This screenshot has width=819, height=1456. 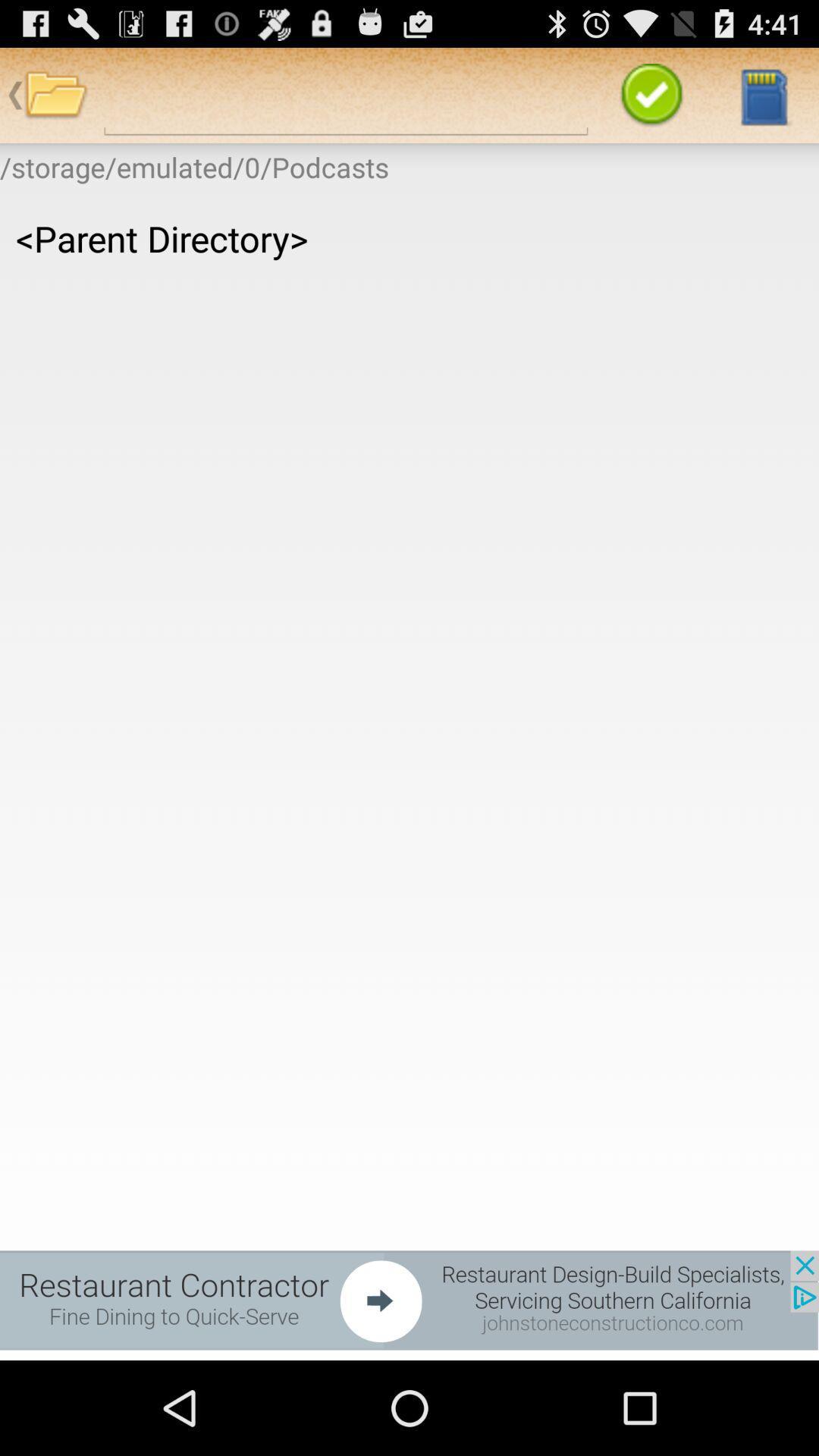 I want to click on click the advertisement, so click(x=409, y=1299).